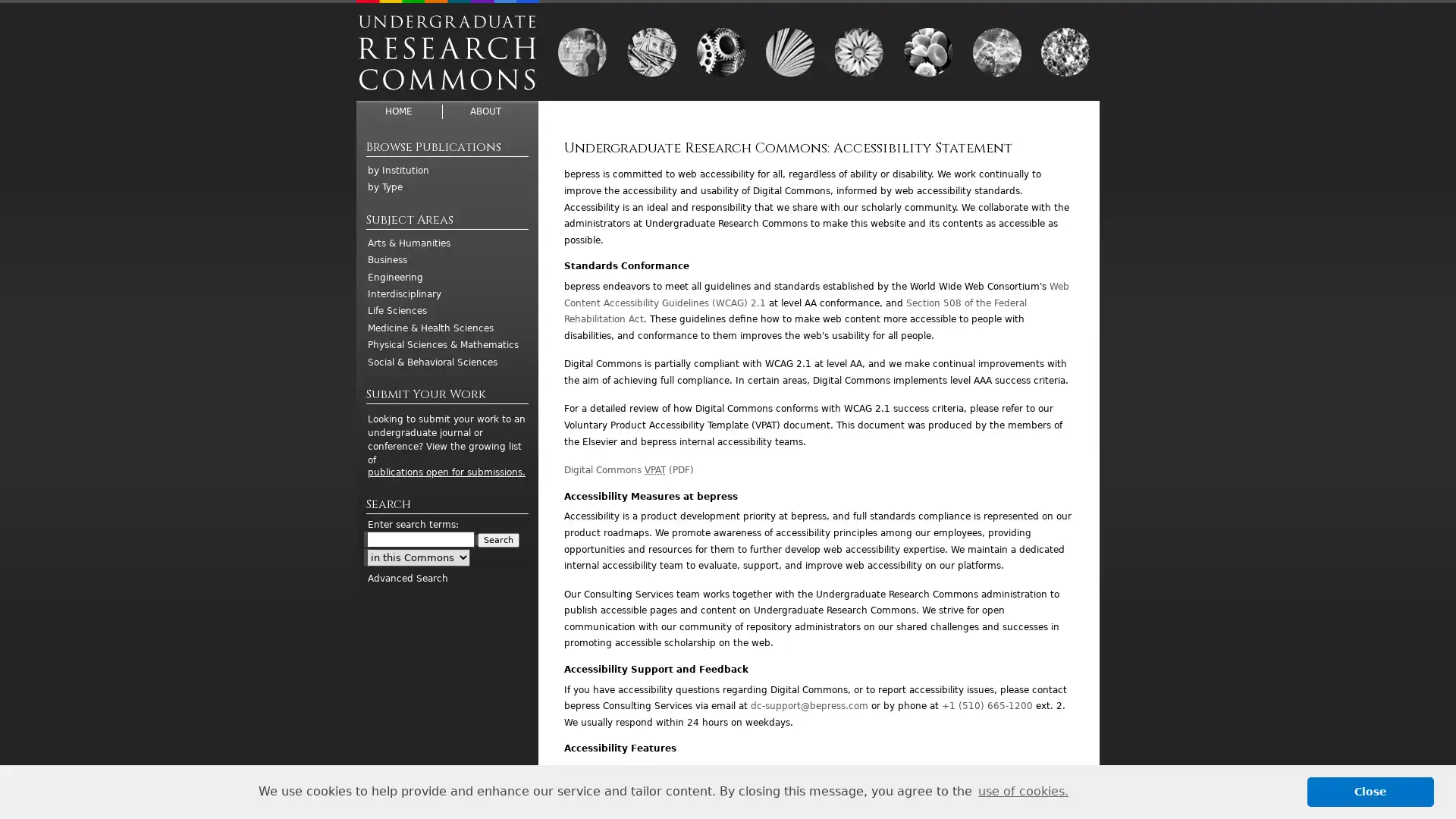 This screenshot has width=1456, height=819. What do you see at coordinates (1022, 791) in the screenshot?
I see `learn more about cookies` at bounding box center [1022, 791].